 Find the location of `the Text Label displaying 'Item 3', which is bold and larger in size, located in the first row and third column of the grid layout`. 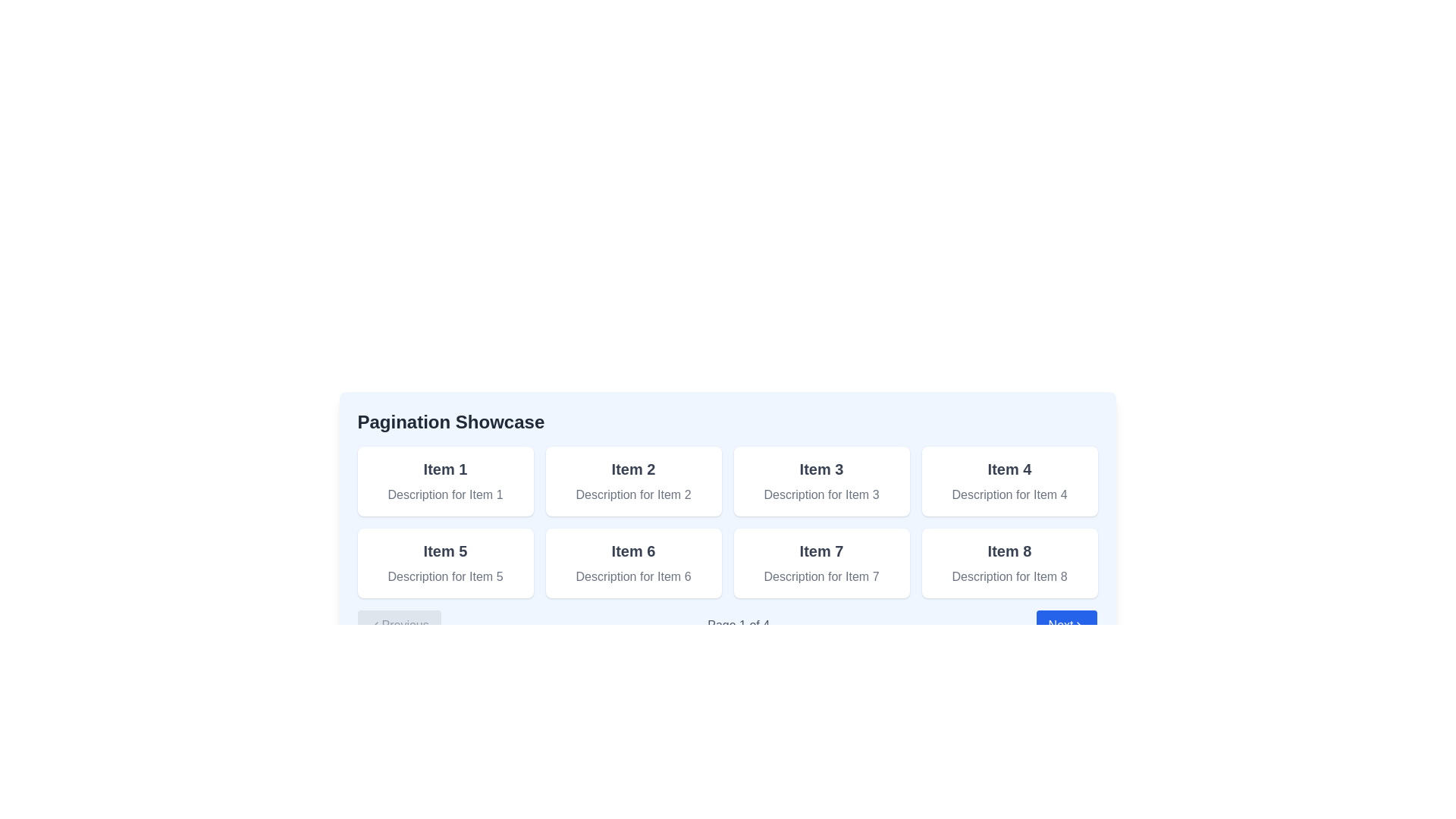

the Text Label displaying 'Item 3', which is bold and larger in size, located in the first row and third column of the grid layout is located at coordinates (821, 468).